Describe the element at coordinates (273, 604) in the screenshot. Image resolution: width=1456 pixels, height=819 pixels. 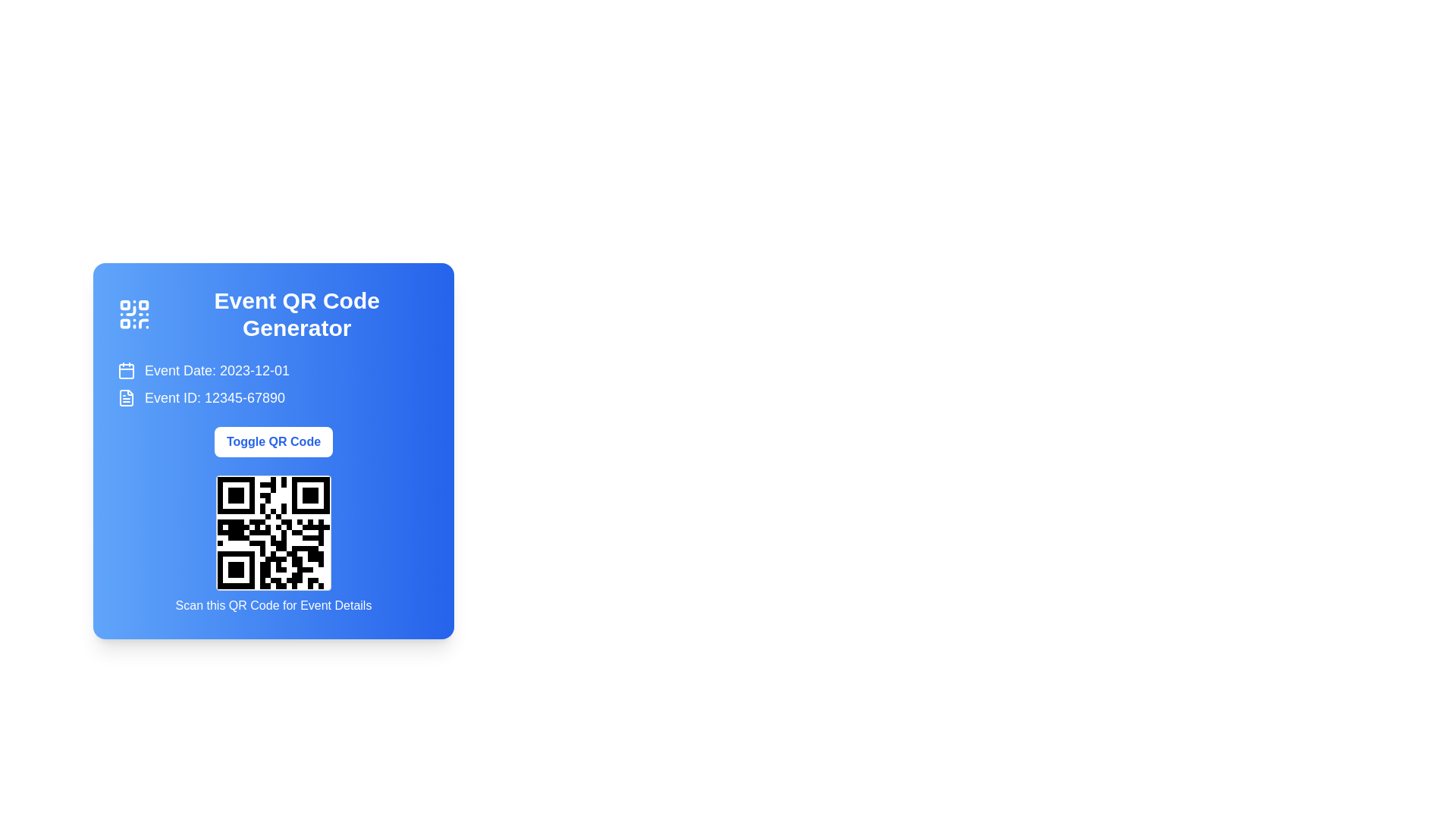
I see `informative text label located beneath the QR code, which guides users to interact with the QR code for event-related details` at that location.